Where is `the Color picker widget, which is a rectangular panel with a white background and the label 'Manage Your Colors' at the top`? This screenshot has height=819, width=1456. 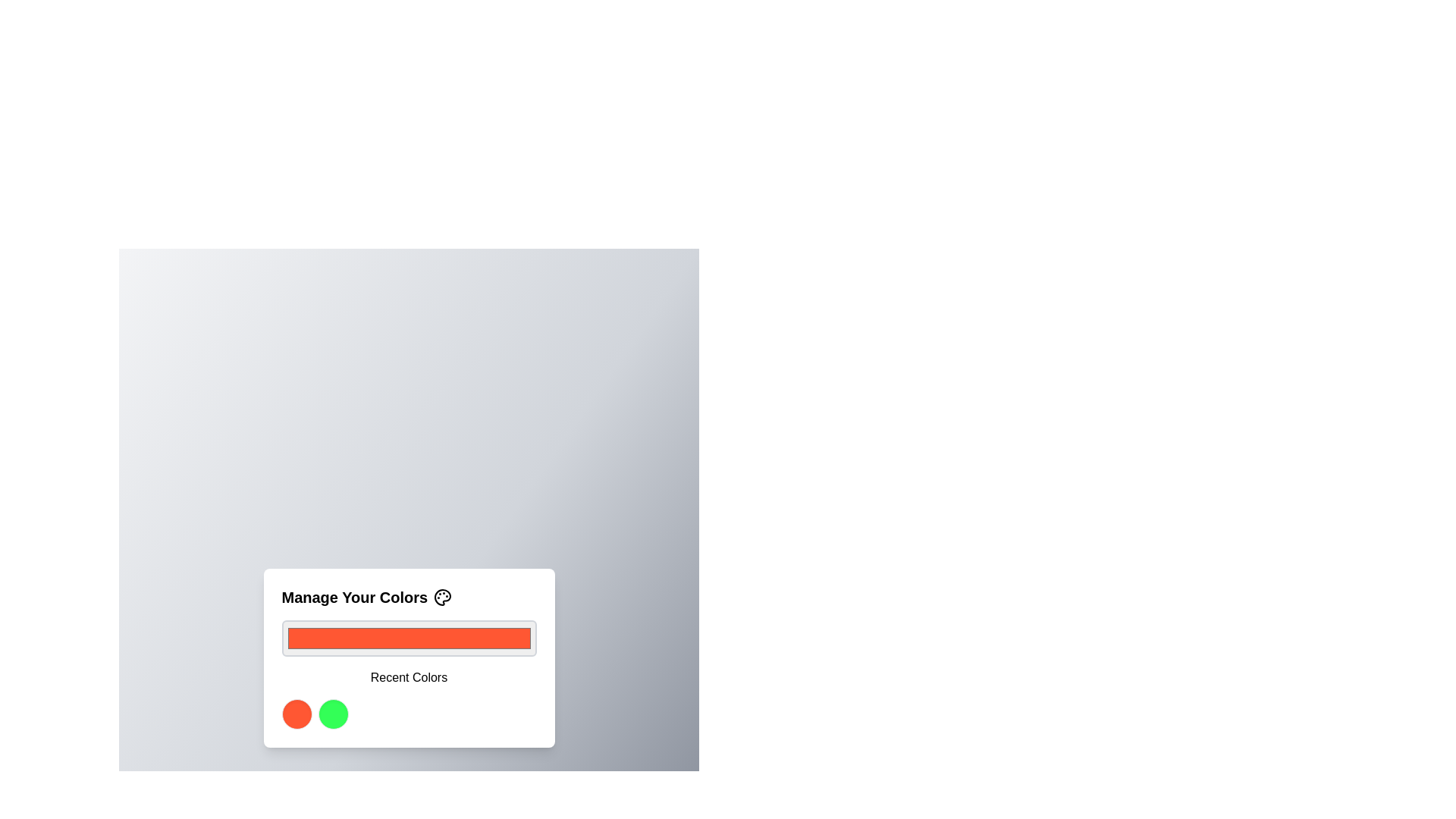
the Color picker widget, which is a rectangular panel with a white background and the label 'Manage Your Colors' at the top is located at coordinates (409, 657).